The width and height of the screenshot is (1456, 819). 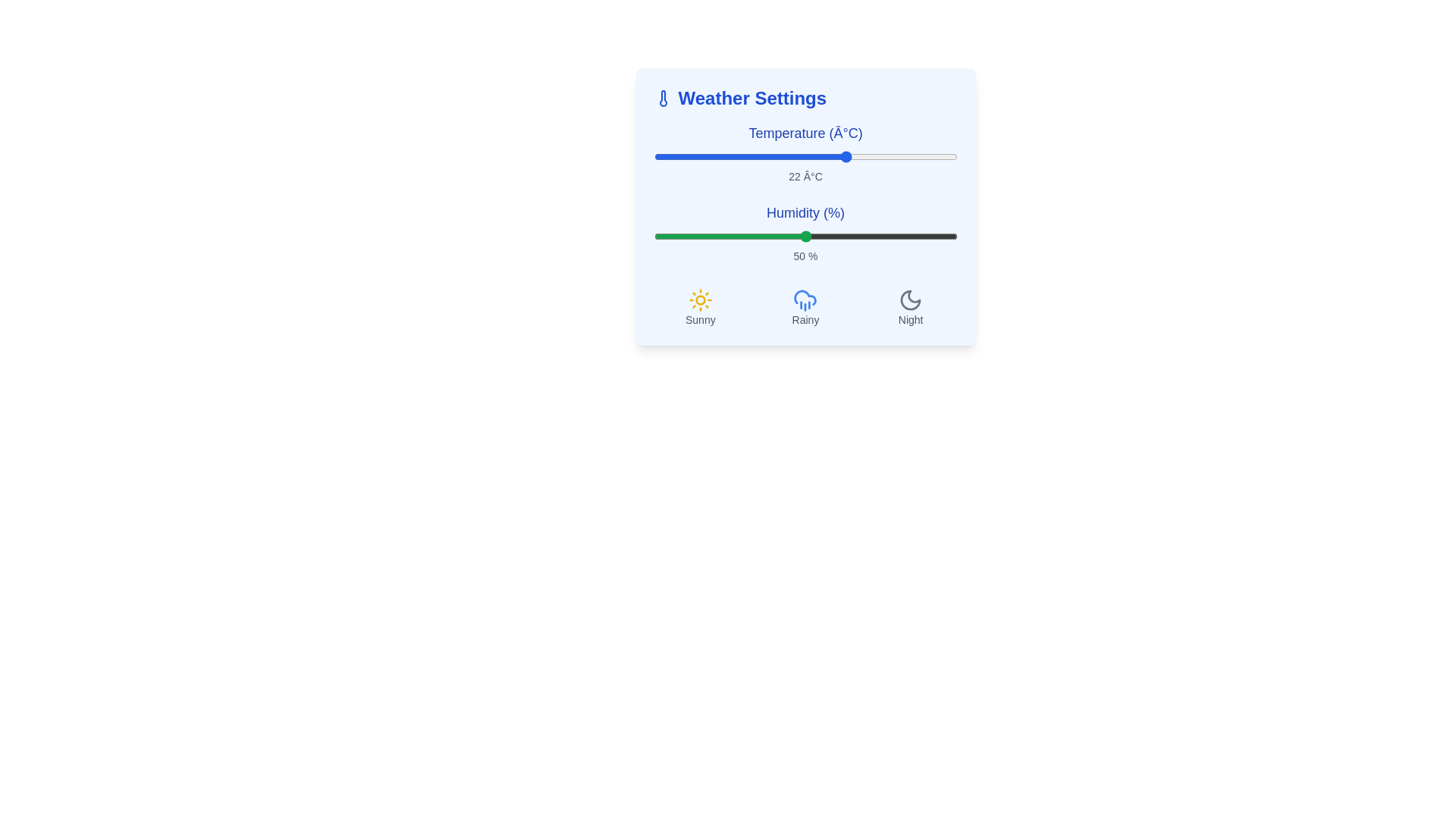 What do you see at coordinates (699, 300) in the screenshot?
I see `the SVG Circle representing the sun icon, which is visually enhancing the sunny weather setting option located in the lower left section of the interface` at bounding box center [699, 300].